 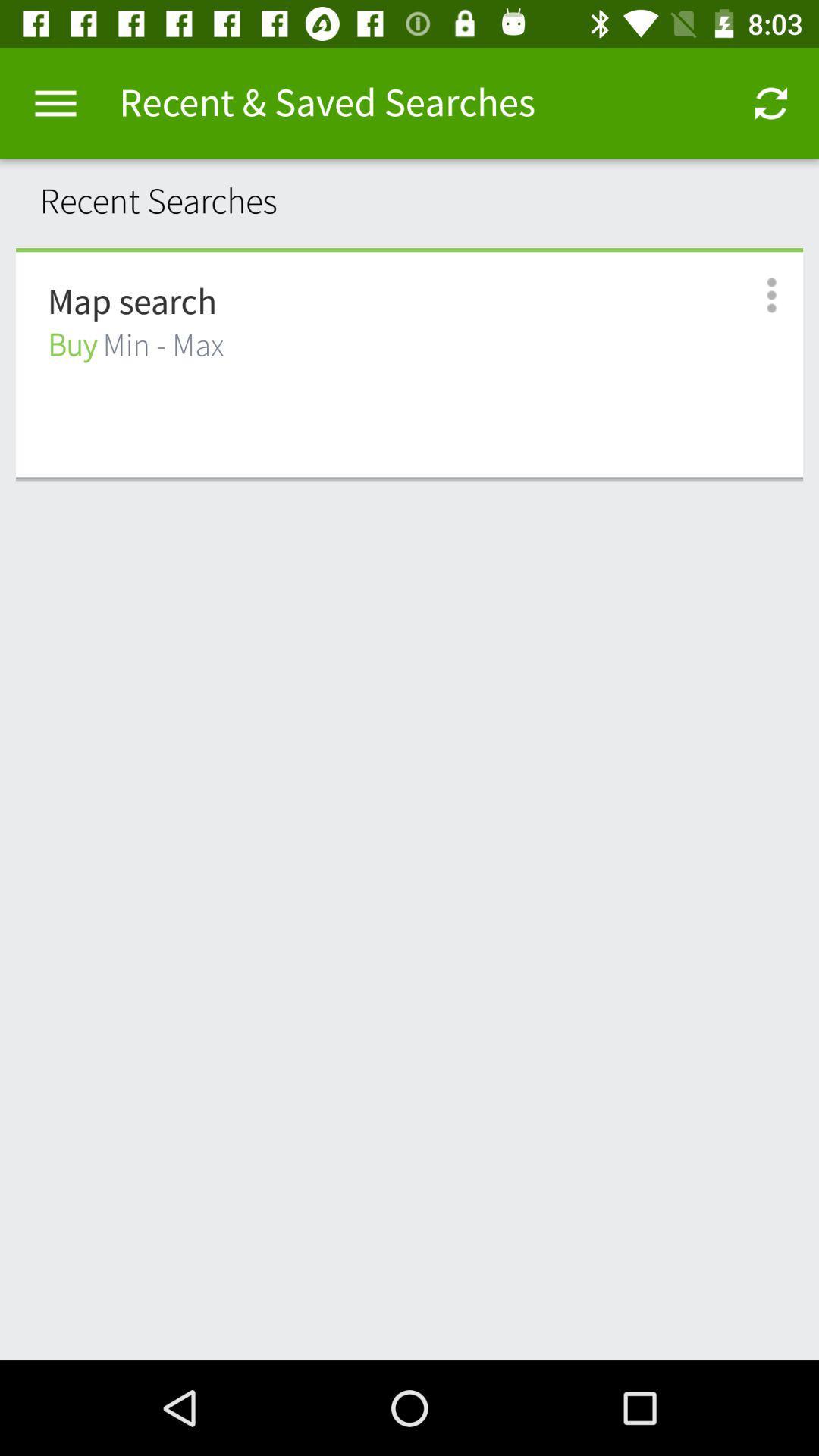 I want to click on item above map search item, so click(x=409, y=249).